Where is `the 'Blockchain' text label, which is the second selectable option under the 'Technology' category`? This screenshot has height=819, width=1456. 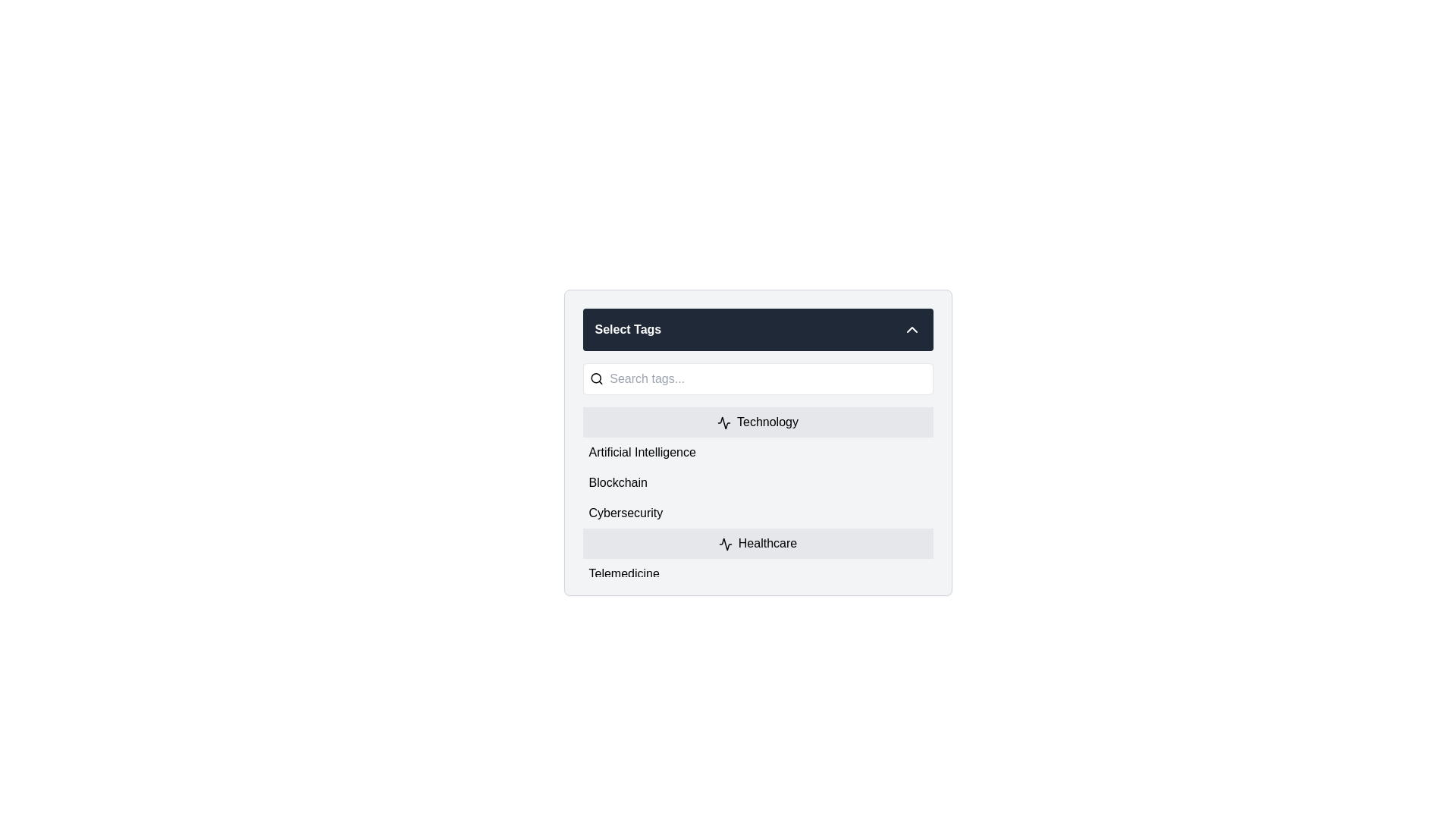 the 'Blockchain' text label, which is the second selectable option under the 'Technology' category is located at coordinates (618, 482).